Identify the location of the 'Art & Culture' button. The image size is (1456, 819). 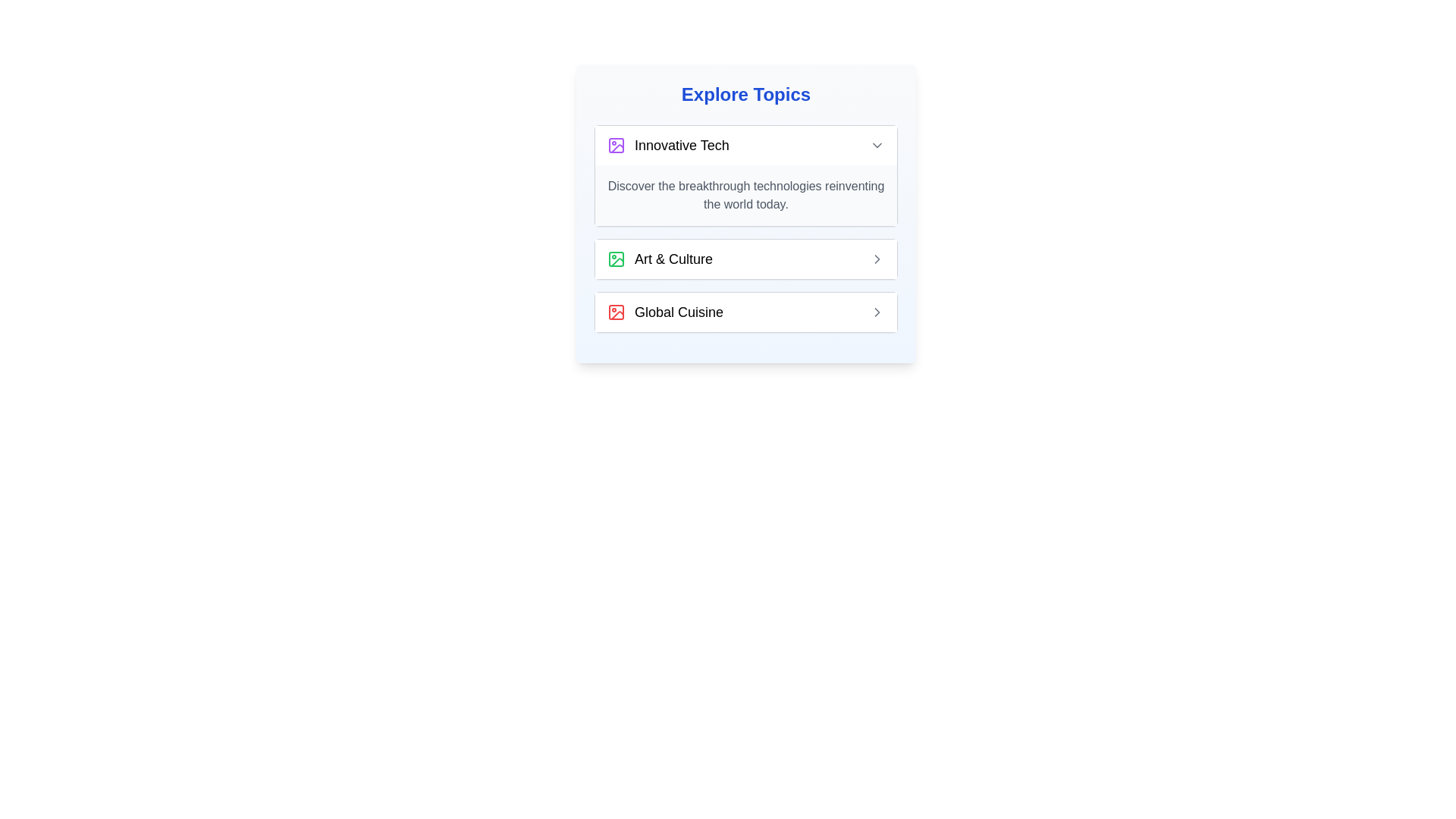
(660, 259).